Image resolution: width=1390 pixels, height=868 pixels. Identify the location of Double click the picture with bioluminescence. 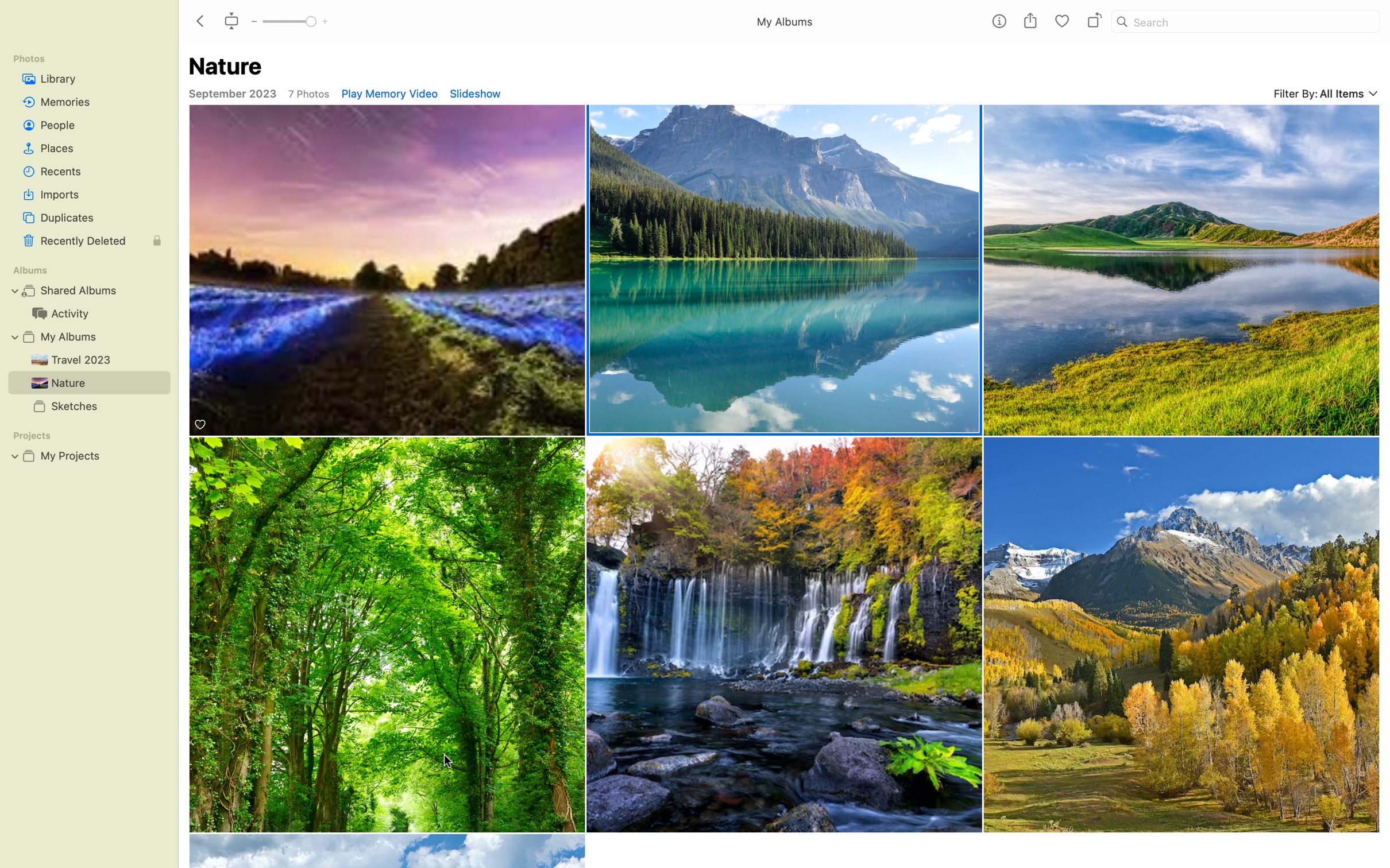
(387, 271).